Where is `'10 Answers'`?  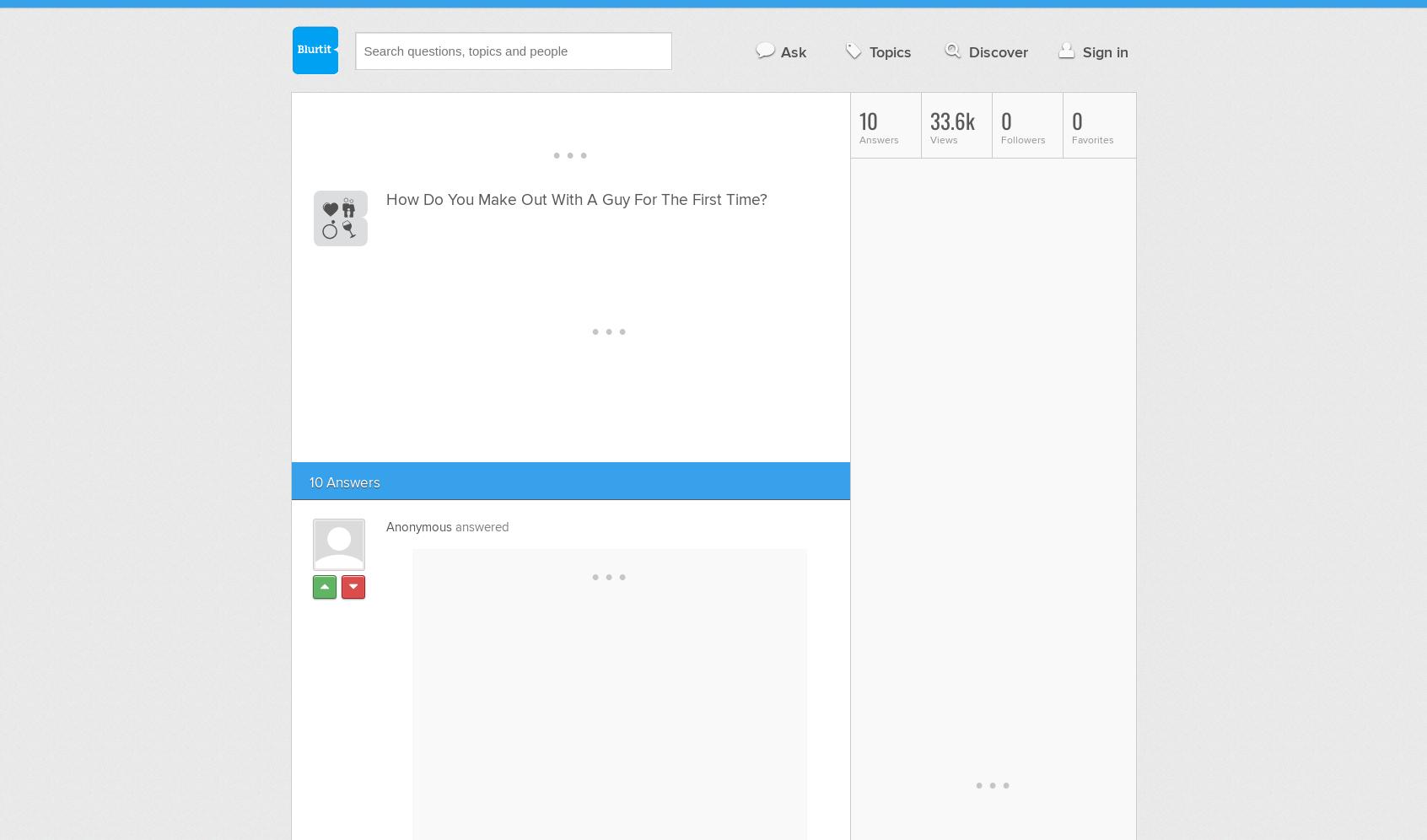 '10 Answers' is located at coordinates (343, 482).